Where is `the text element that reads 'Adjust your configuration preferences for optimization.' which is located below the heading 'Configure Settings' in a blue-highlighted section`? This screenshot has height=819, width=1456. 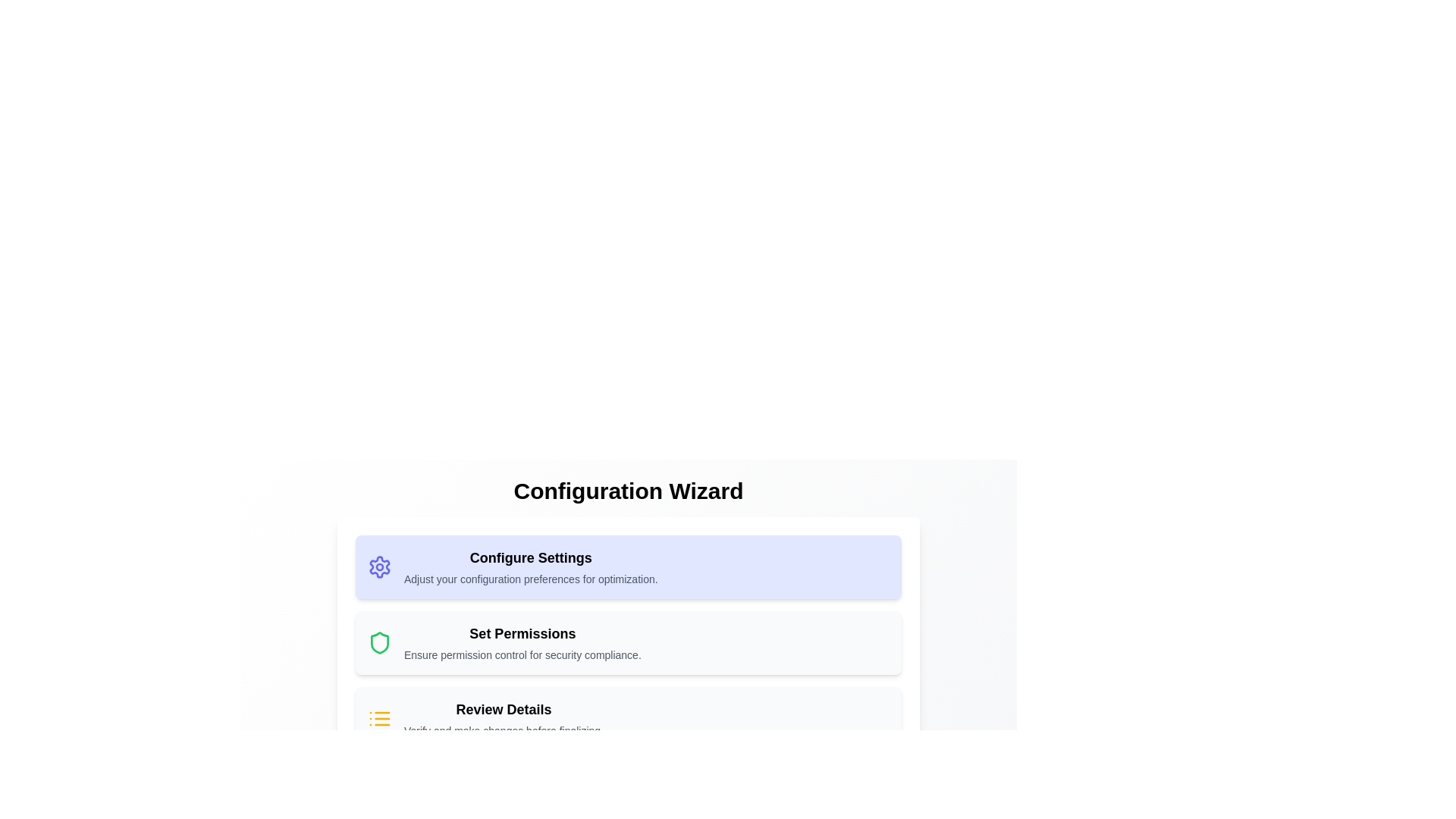
the text element that reads 'Adjust your configuration preferences for optimization.' which is located below the heading 'Configure Settings' in a blue-highlighted section is located at coordinates (531, 579).